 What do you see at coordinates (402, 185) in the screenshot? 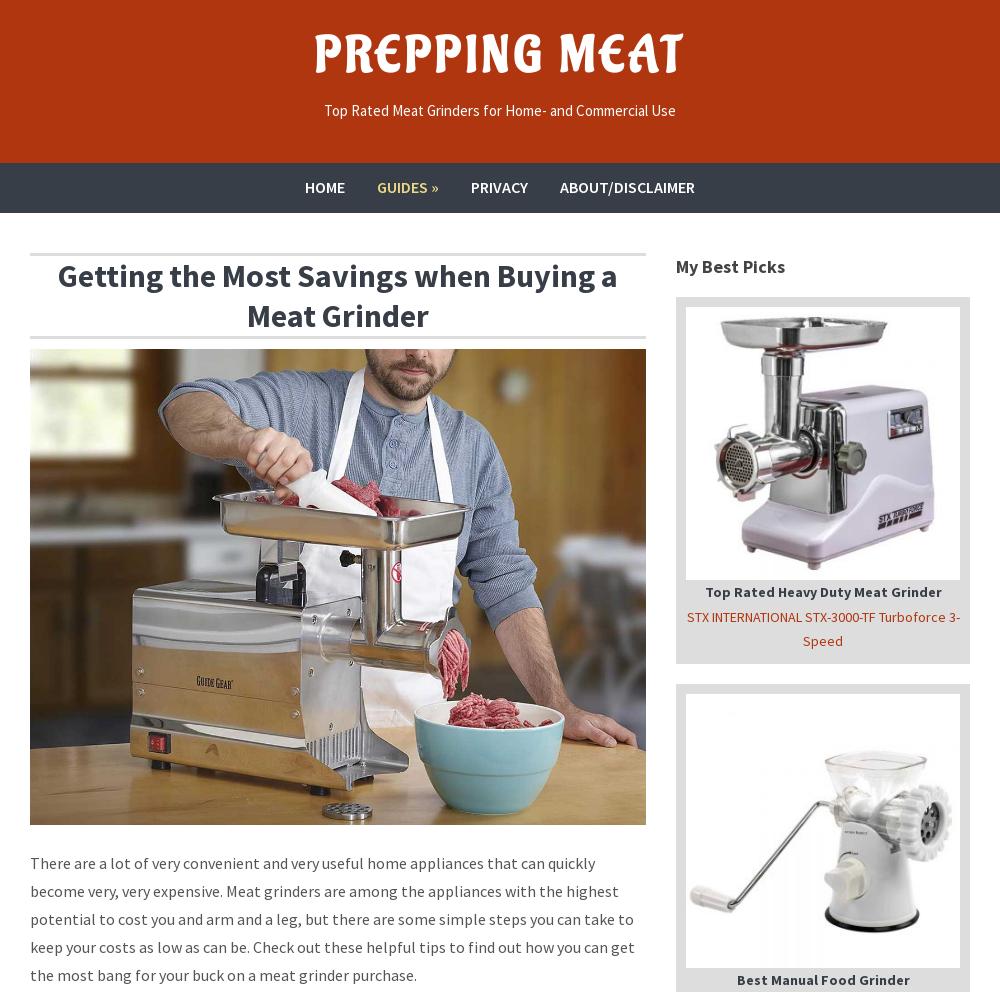
I see `'Guides'` at bounding box center [402, 185].